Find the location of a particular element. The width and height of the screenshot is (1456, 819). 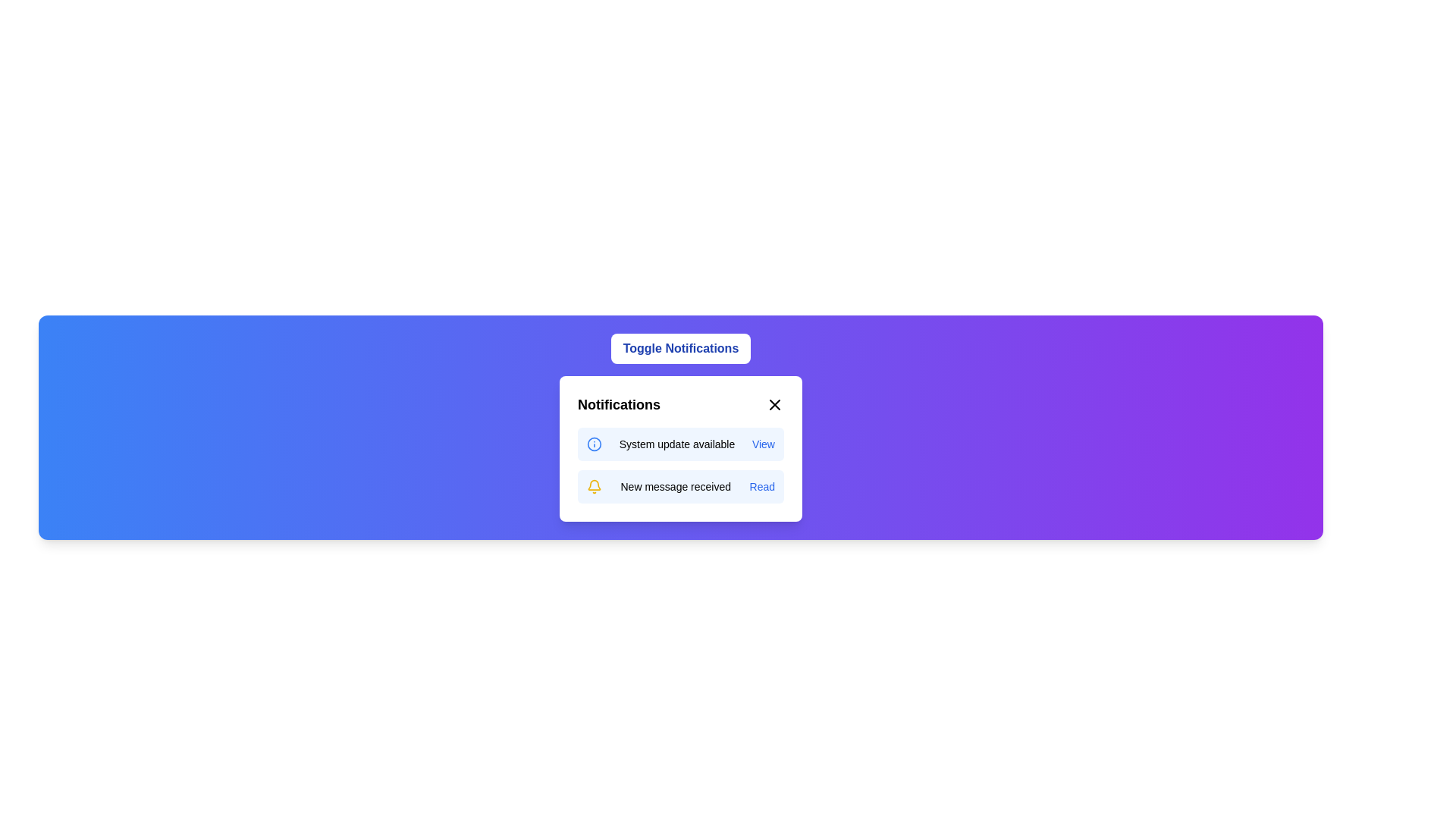

the hyperlink on the right side of the notification about 'System update available' is located at coordinates (763, 444).